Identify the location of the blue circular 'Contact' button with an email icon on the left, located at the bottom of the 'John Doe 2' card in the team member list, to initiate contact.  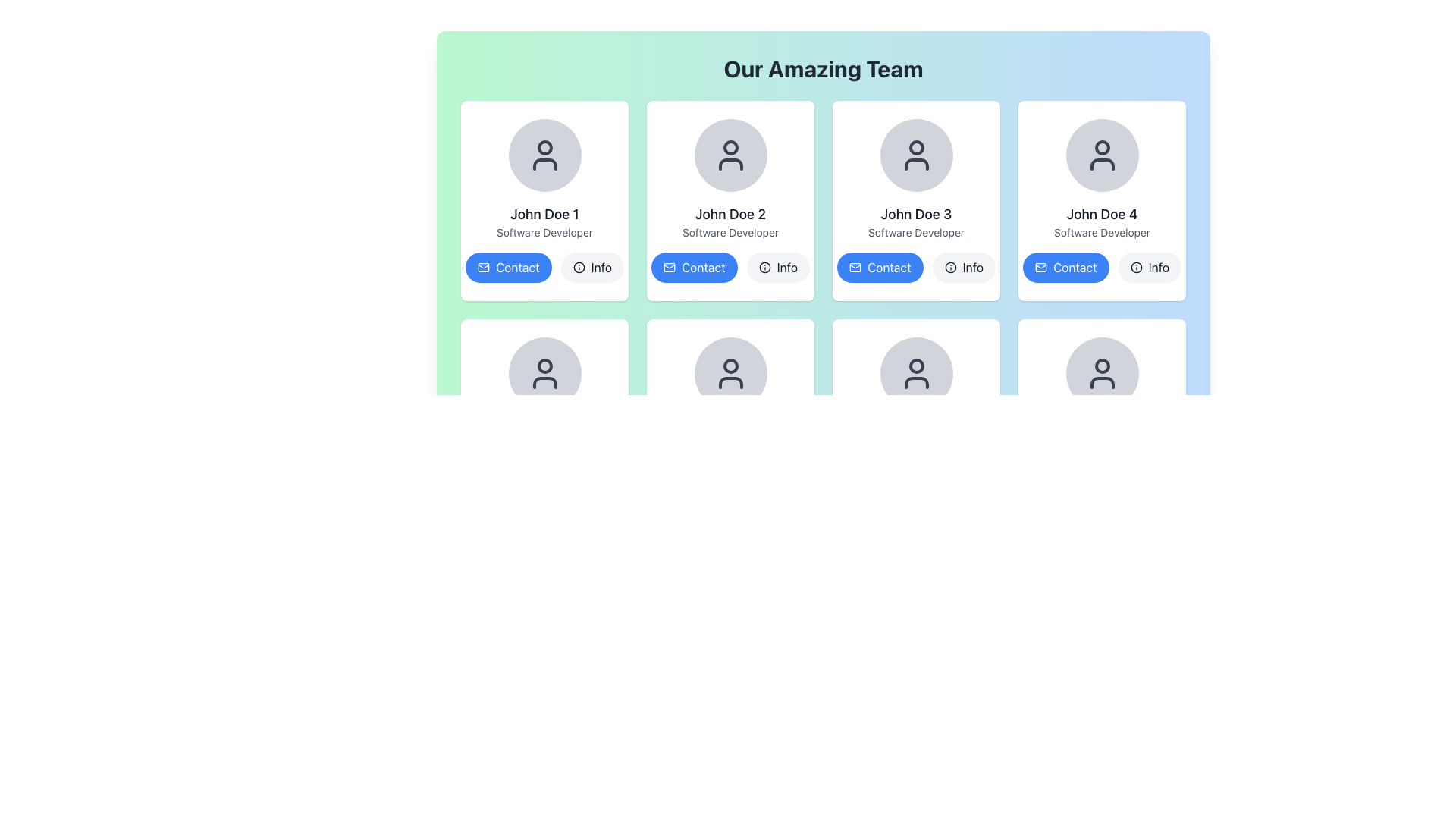
(693, 267).